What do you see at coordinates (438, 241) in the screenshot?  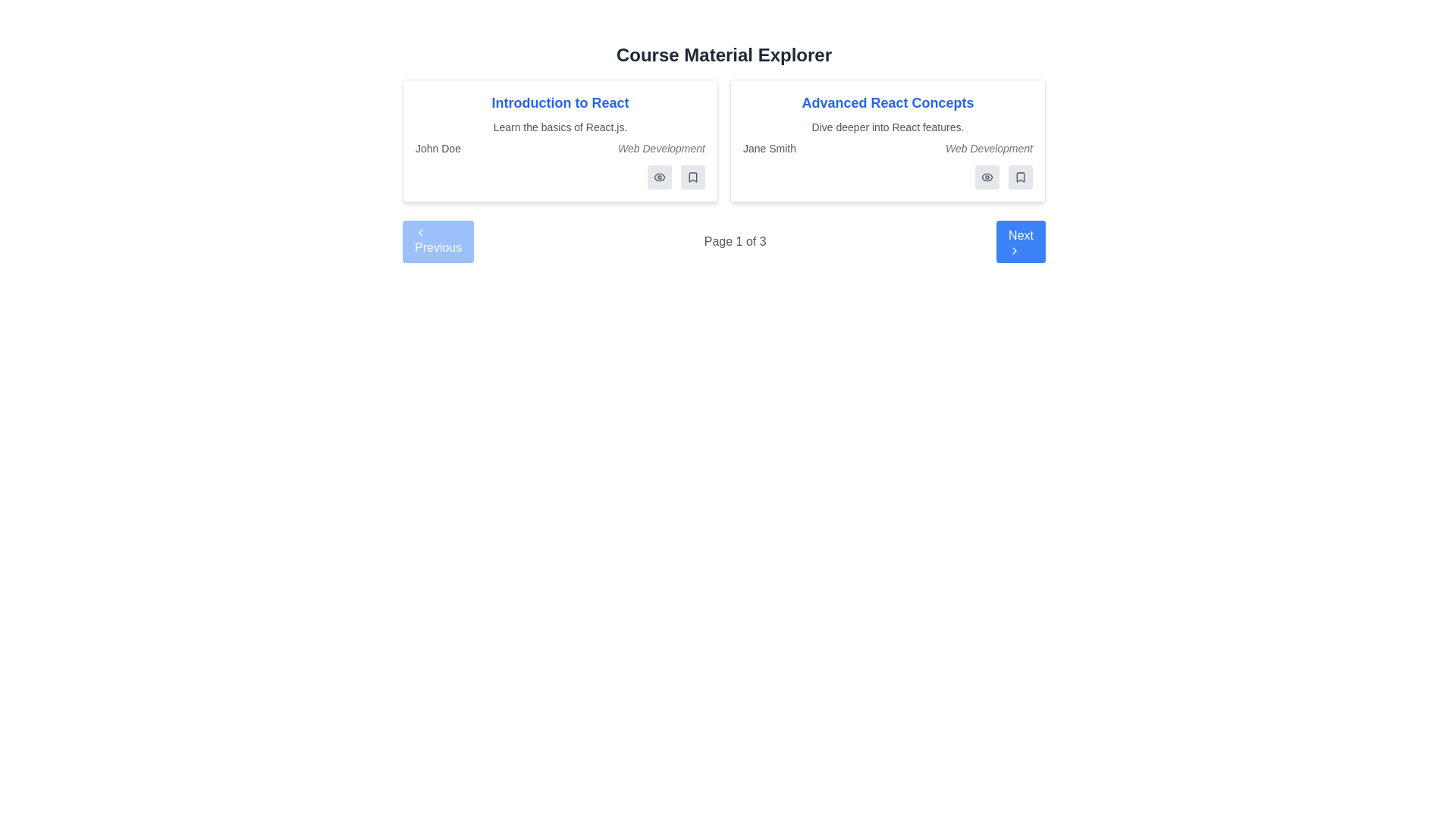 I see `the 'Previous' button, which is a rectangular button with rounded corners and a blue background, located near the bottom left corner of the interface` at bounding box center [438, 241].